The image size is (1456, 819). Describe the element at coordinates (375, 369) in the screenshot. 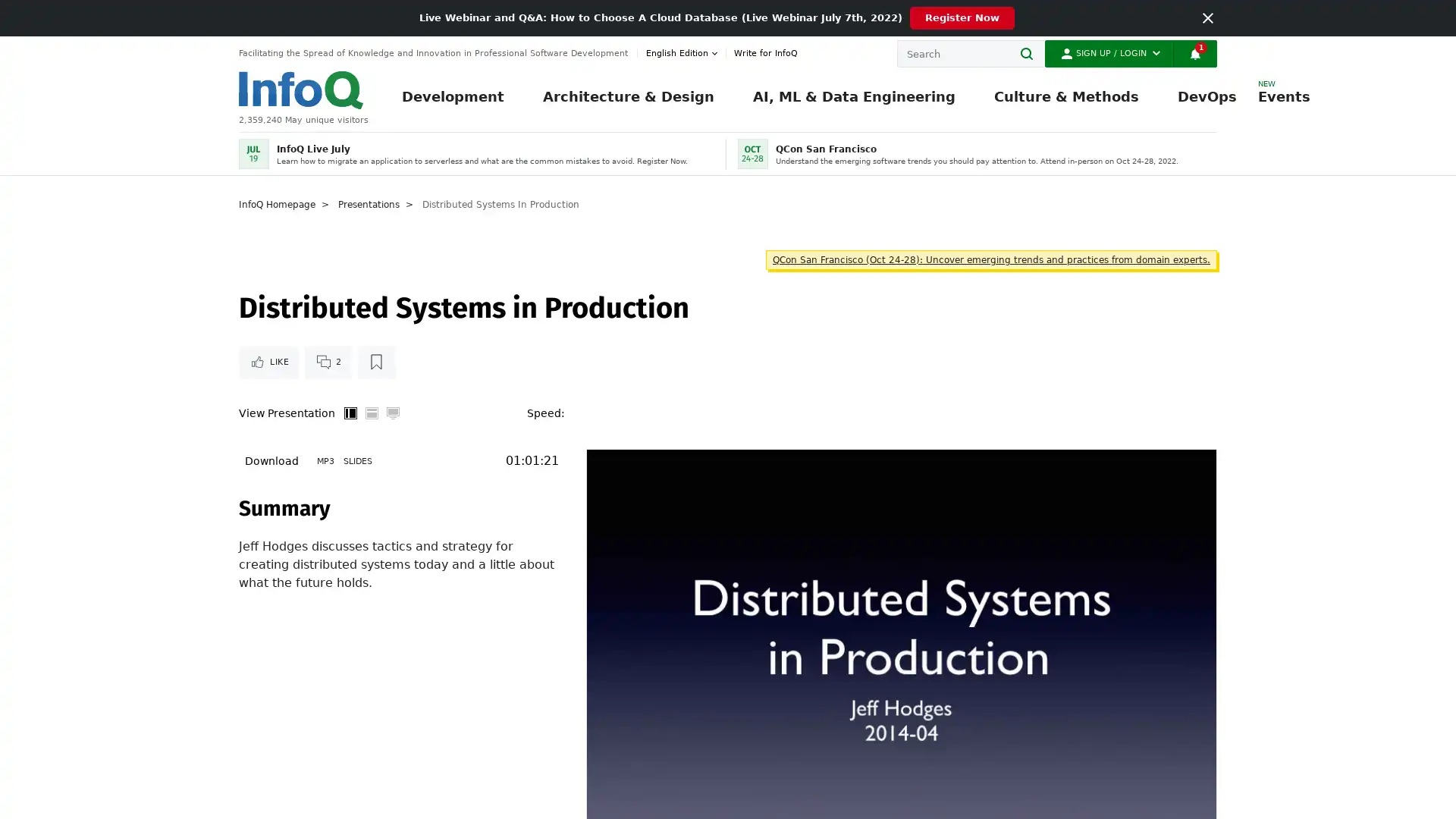

I see `Read later` at that location.